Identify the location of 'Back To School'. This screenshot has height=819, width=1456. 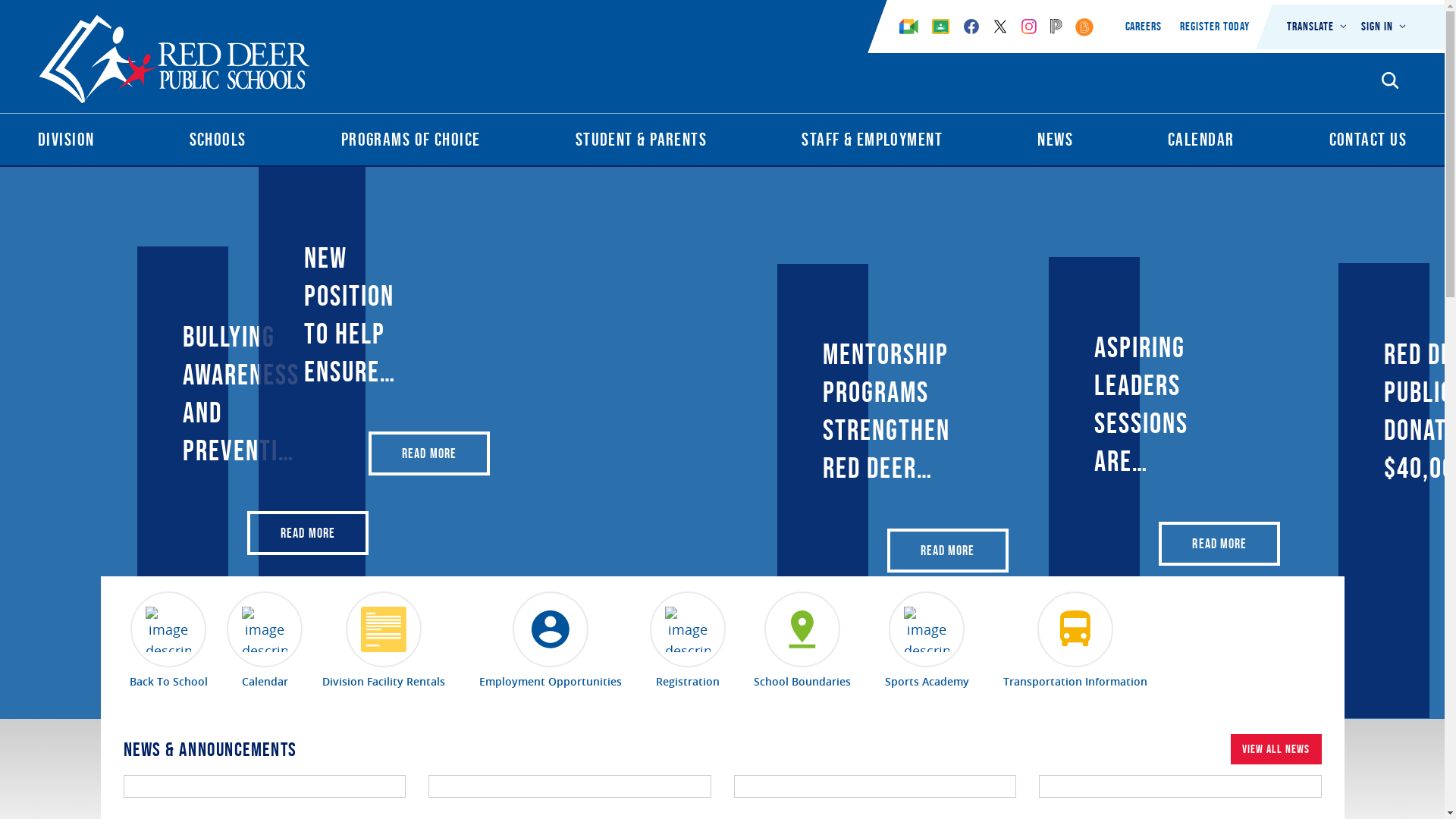
(112, 640).